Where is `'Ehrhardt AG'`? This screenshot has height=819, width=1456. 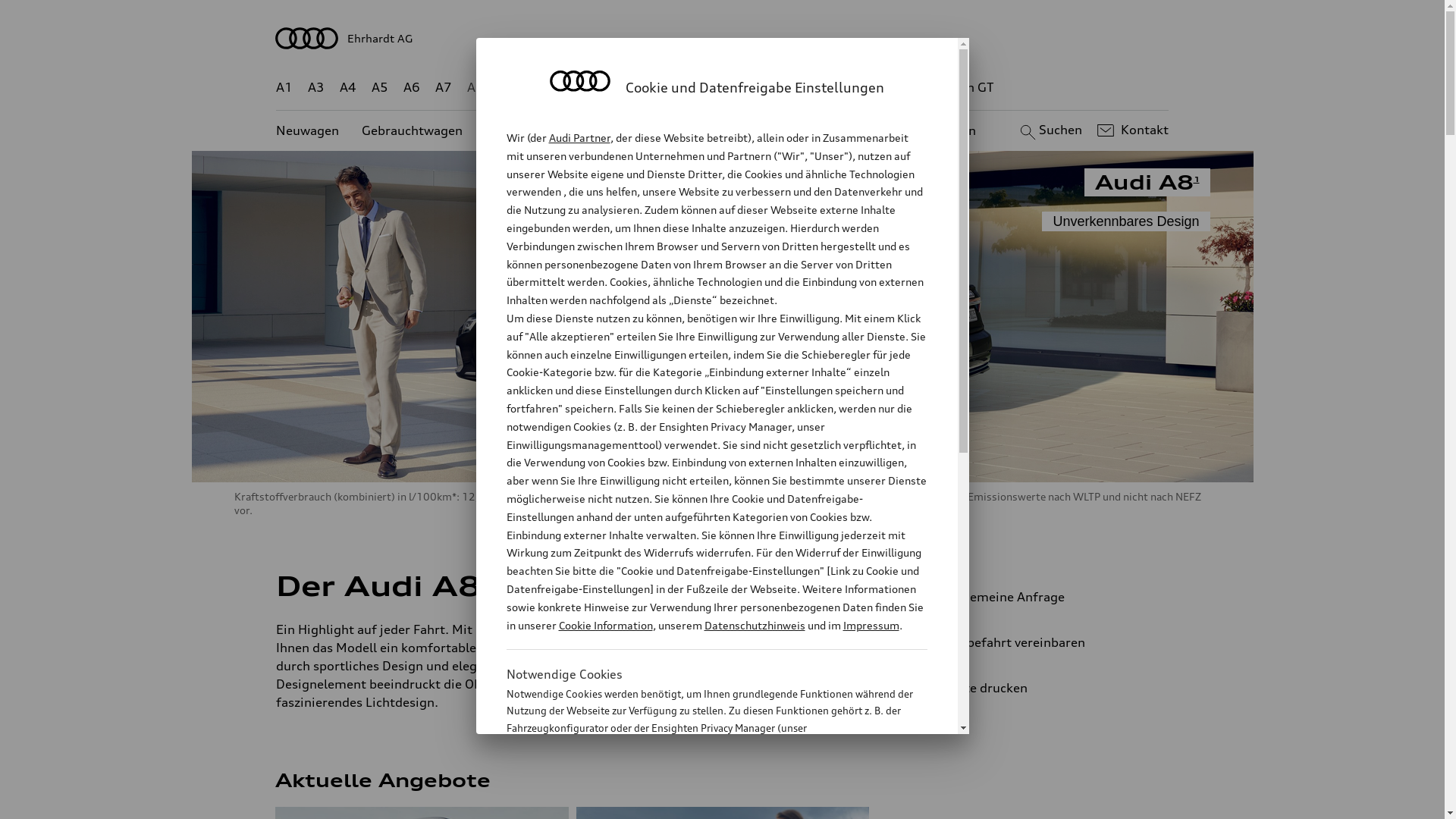 'Ehrhardt AG' is located at coordinates (722, 37).